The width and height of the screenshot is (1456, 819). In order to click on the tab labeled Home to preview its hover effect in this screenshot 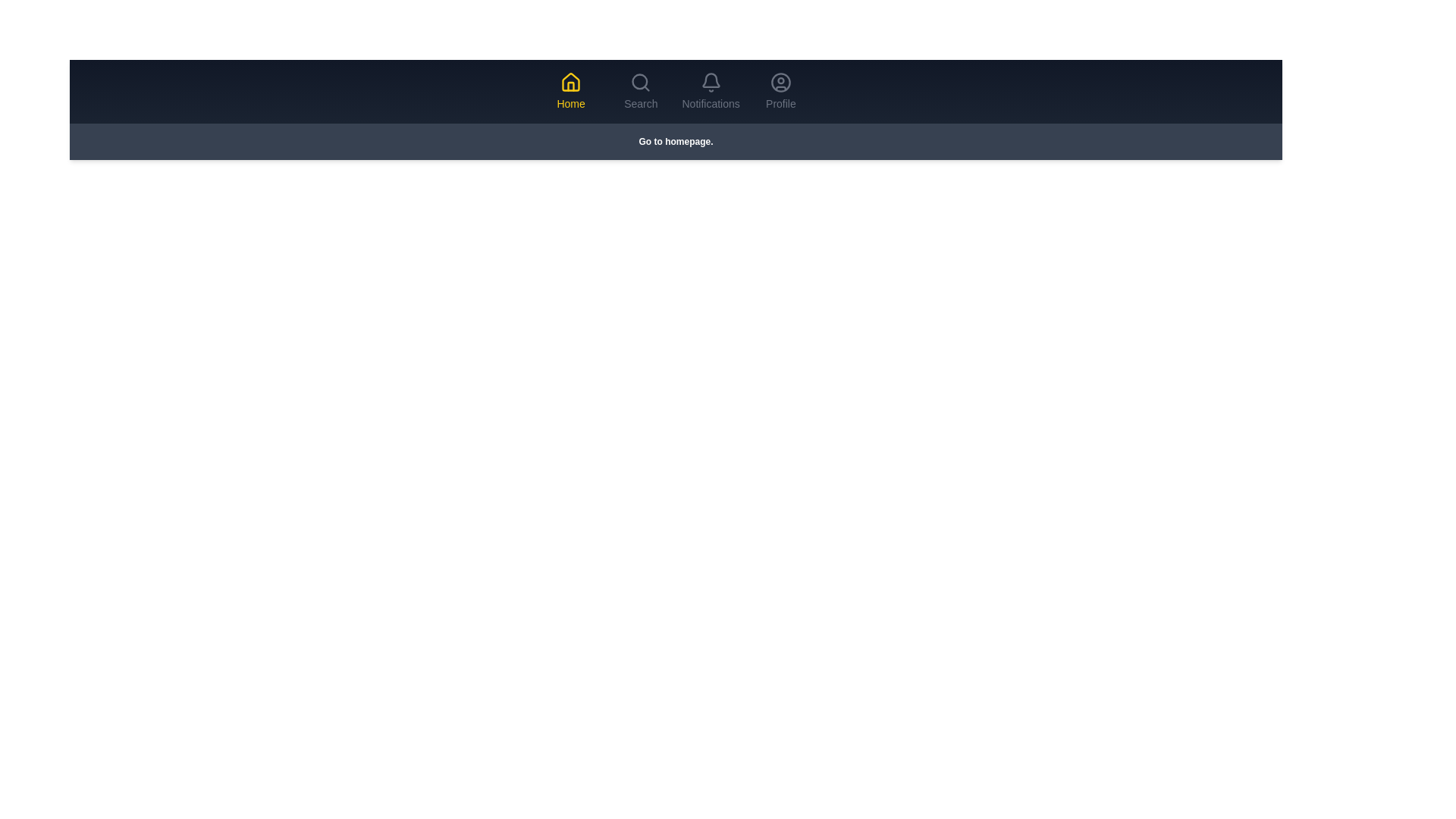, I will do `click(570, 91)`.